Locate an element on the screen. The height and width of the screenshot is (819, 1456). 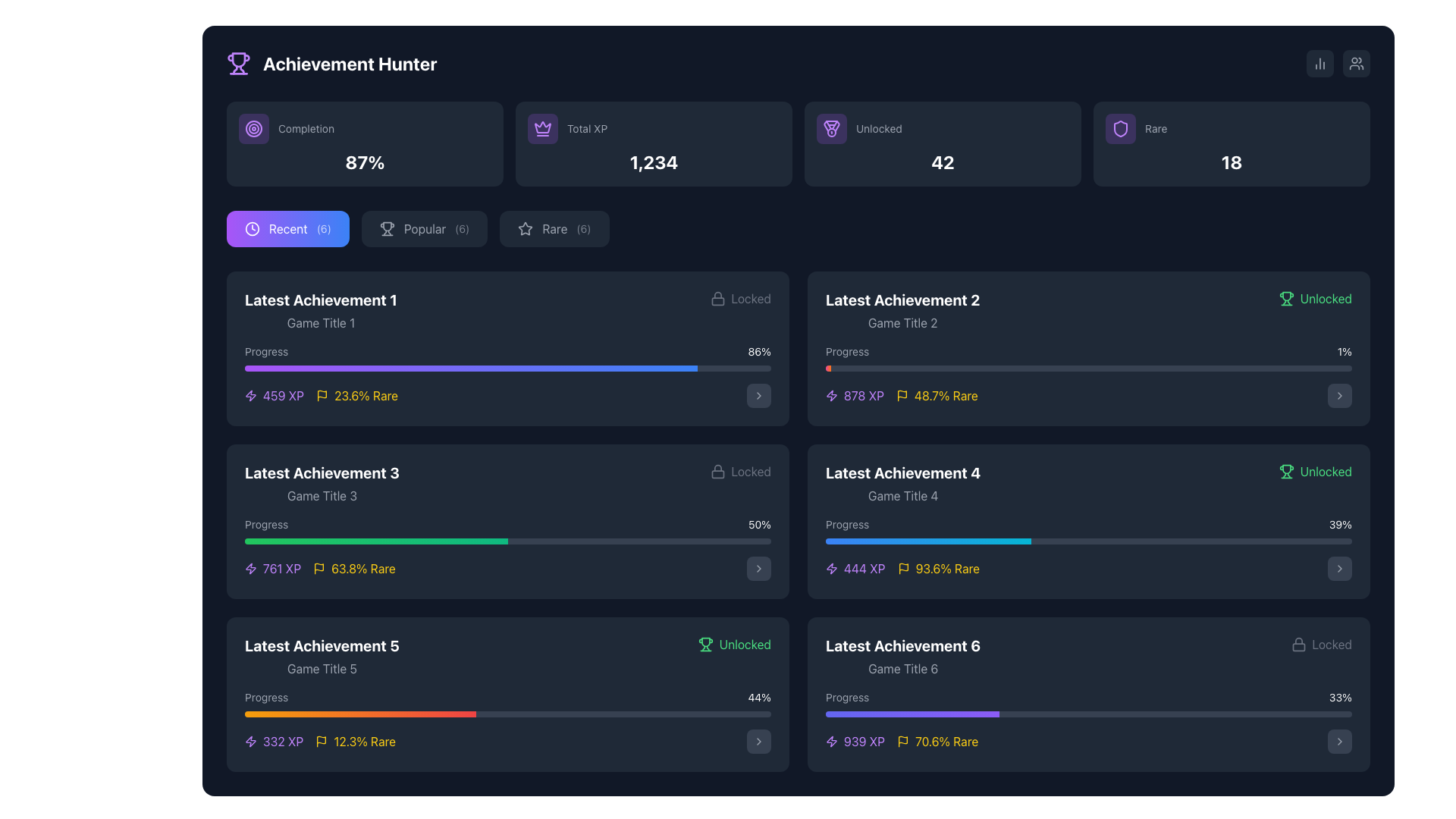
the text label displaying 'Rare' in gray color, located within a dark-themed card in the top row, fourth column, to read the text is located at coordinates (1155, 127).